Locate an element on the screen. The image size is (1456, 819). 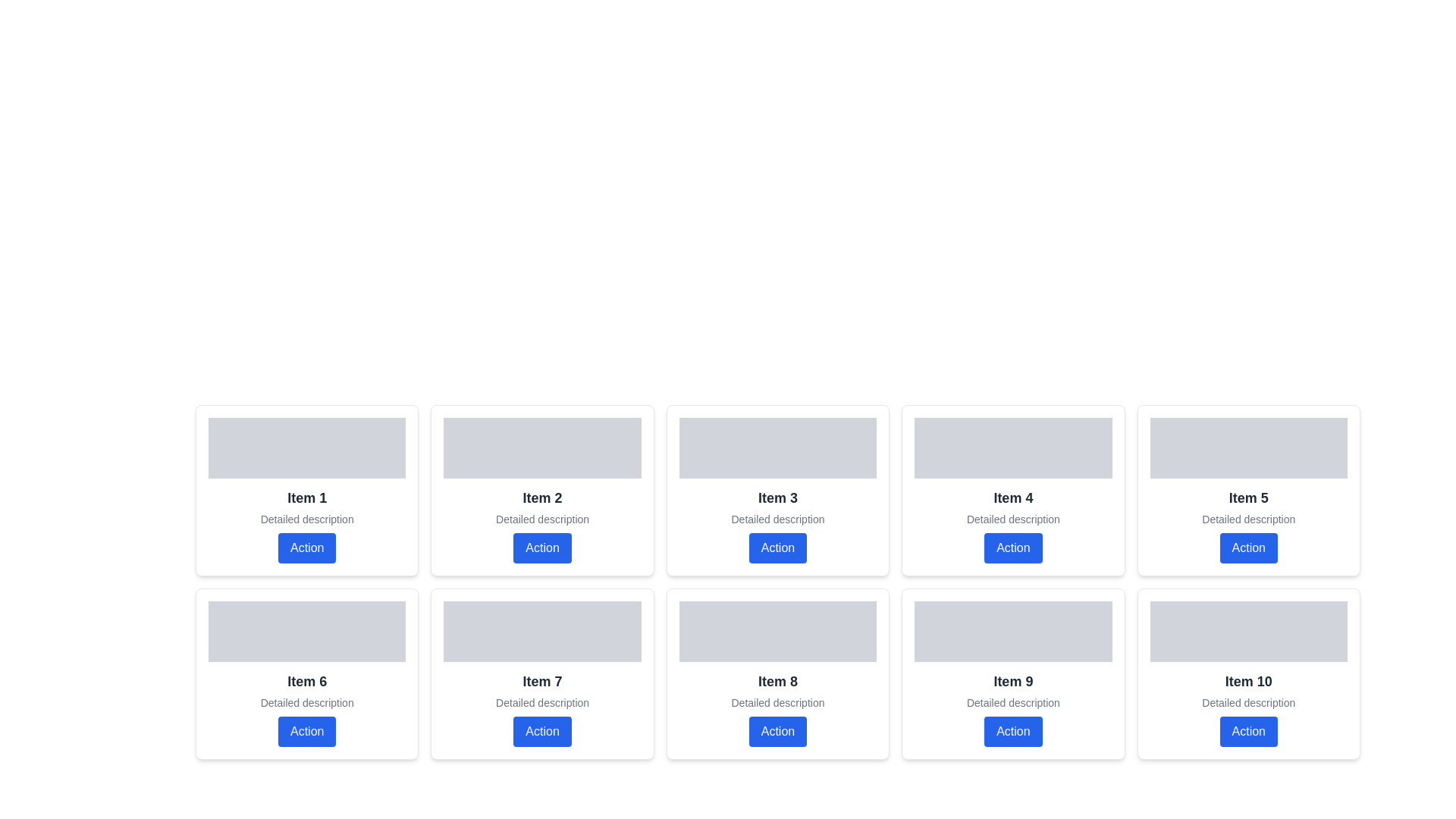
the rectangular placeholder with a light gray background located at the top of the card labeled 'Item 1' is located at coordinates (306, 447).